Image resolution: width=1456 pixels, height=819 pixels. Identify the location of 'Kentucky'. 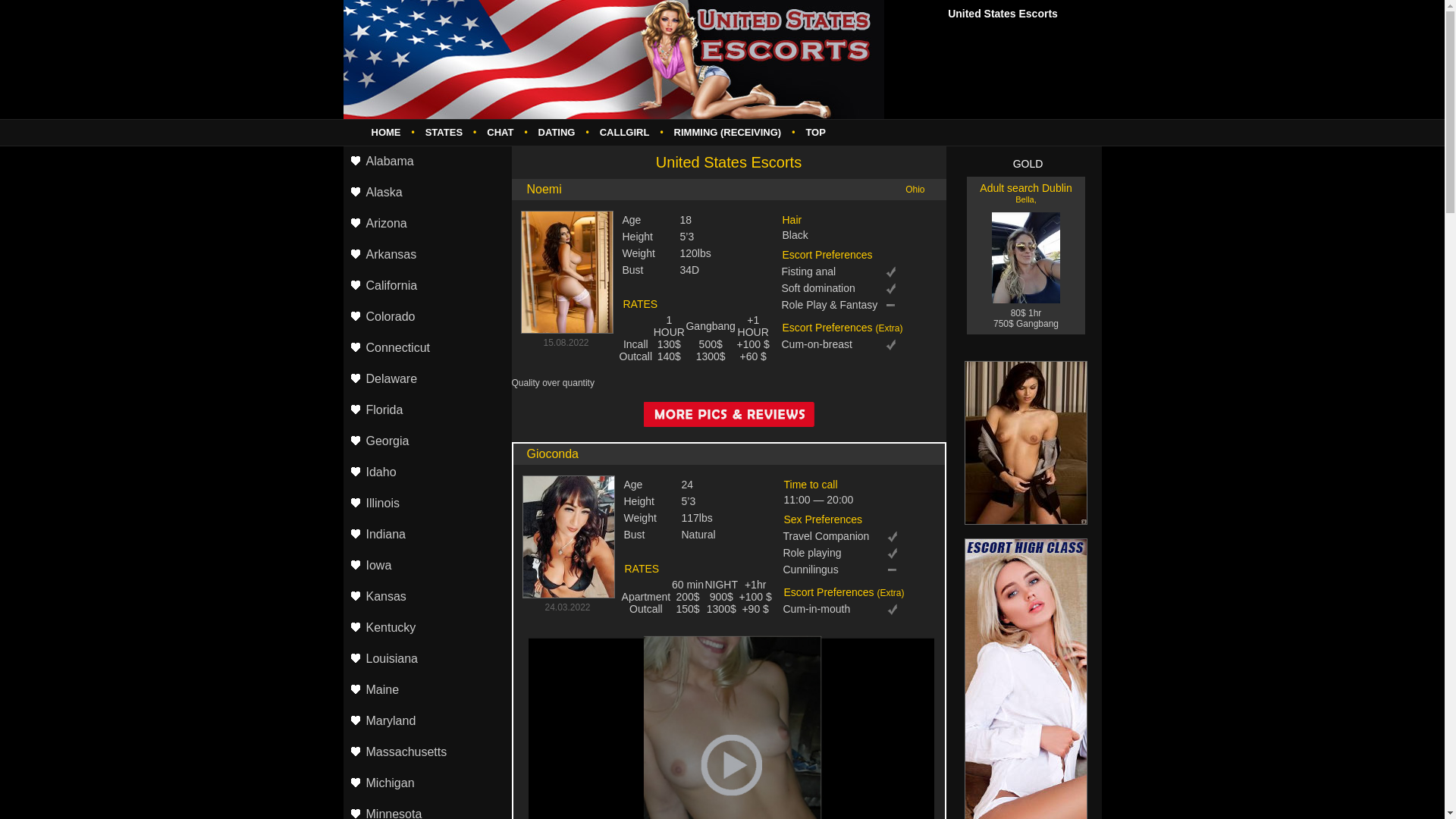
(425, 628).